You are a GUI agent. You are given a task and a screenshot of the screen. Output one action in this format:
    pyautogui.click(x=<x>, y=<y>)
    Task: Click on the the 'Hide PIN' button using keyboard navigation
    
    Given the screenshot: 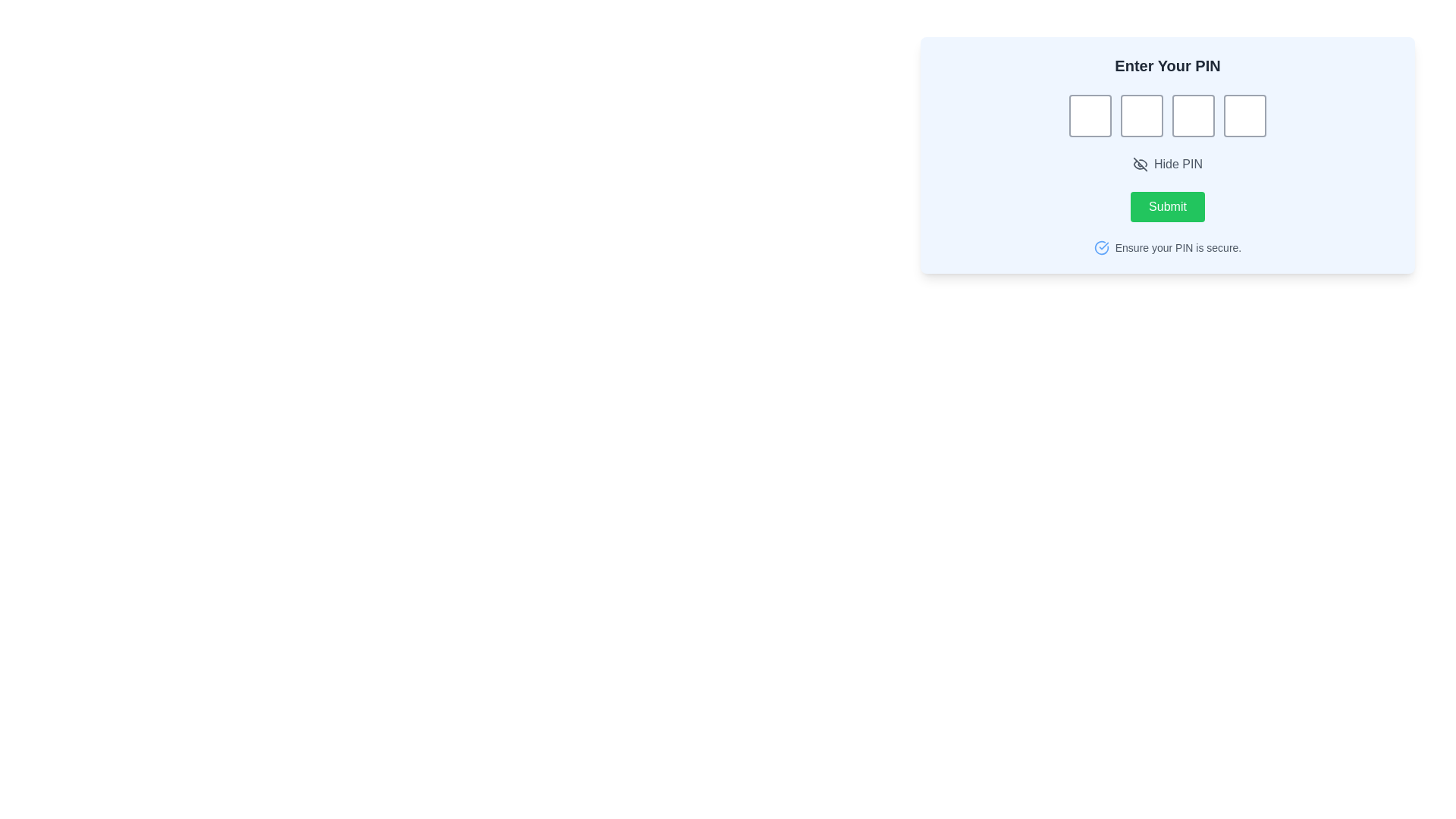 What is the action you would take?
    pyautogui.click(x=1167, y=164)
    